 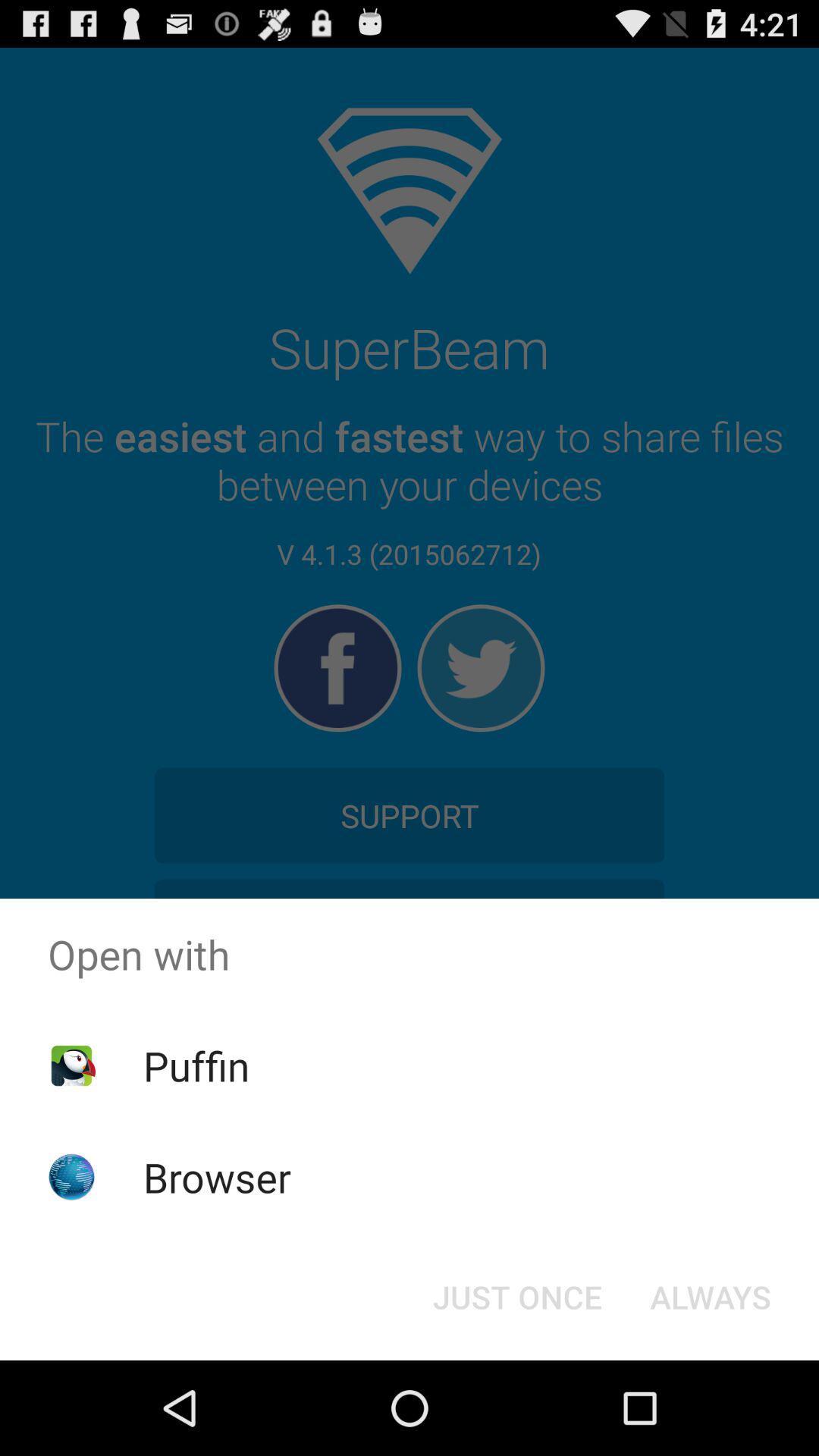 What do you see at coordinates (711, 1295) in the screenshot?
I see `the item next to just once item` at bounding box center [711, 1295].